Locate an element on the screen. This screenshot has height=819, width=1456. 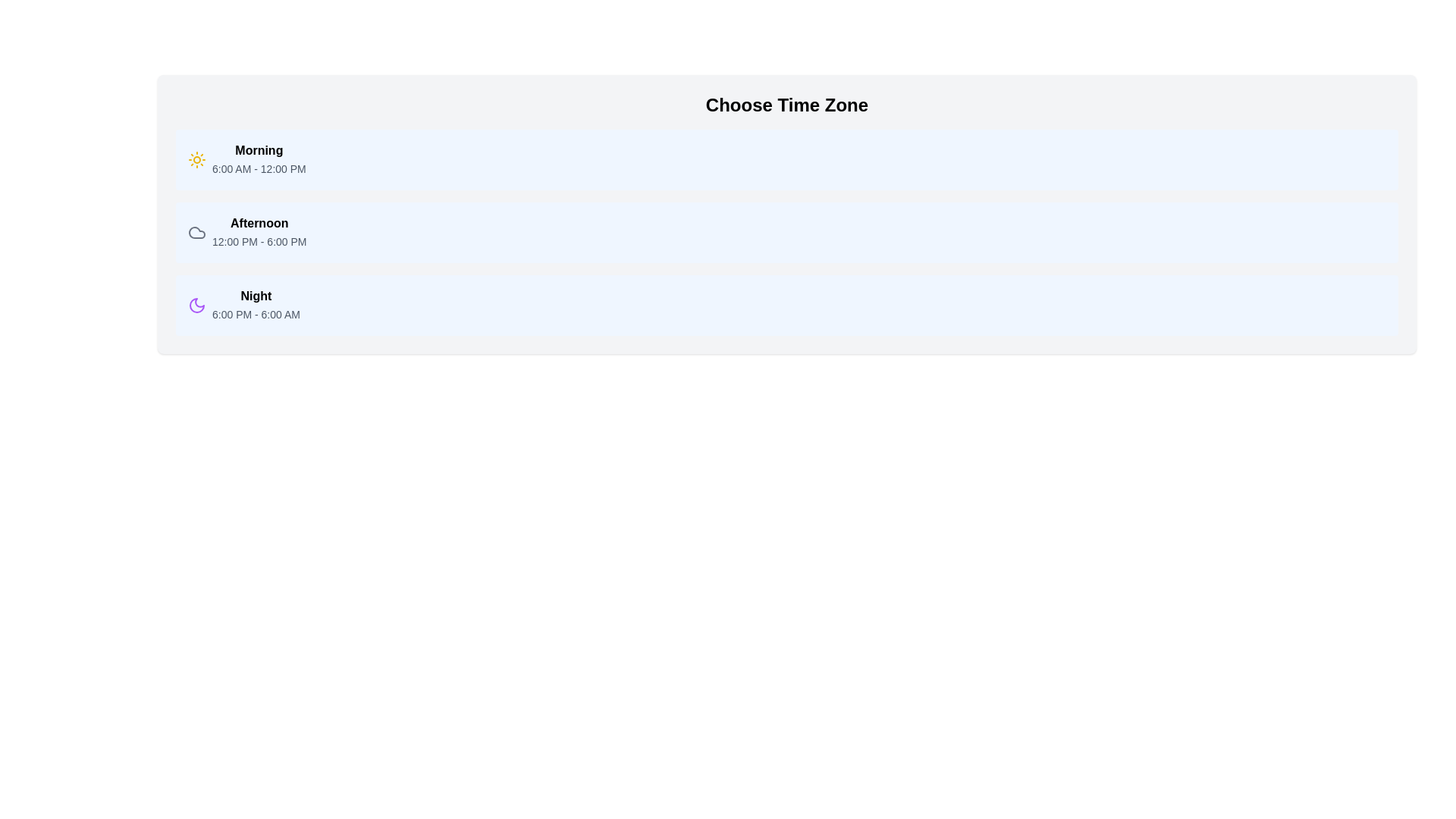
the visual representation of the 'Night' icon located to the left of the 'Night' label in the time-of-day selection list, which aligns vertically with '6:00 PM - 6:00 AM' is located at coordinates (196, 305).